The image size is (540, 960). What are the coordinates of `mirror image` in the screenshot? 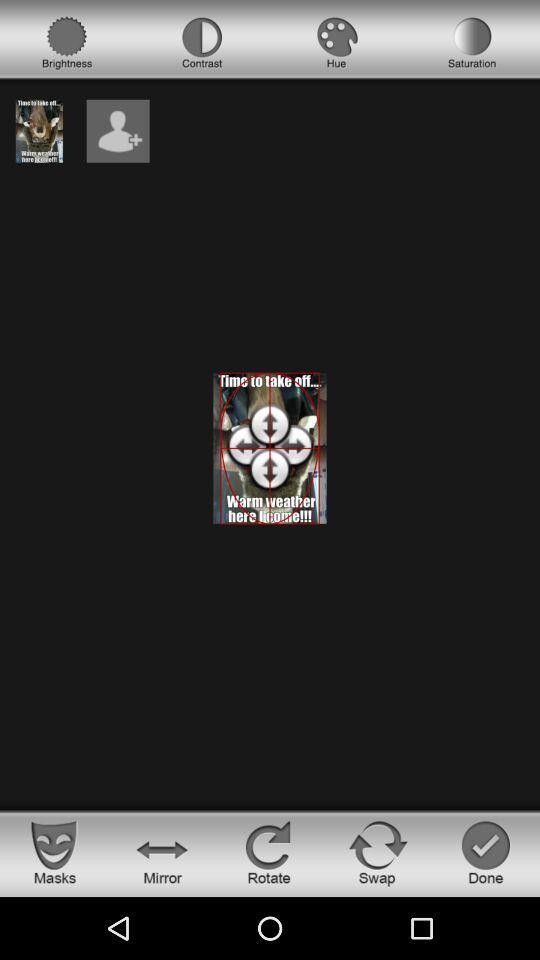 It's located at (161, 851).